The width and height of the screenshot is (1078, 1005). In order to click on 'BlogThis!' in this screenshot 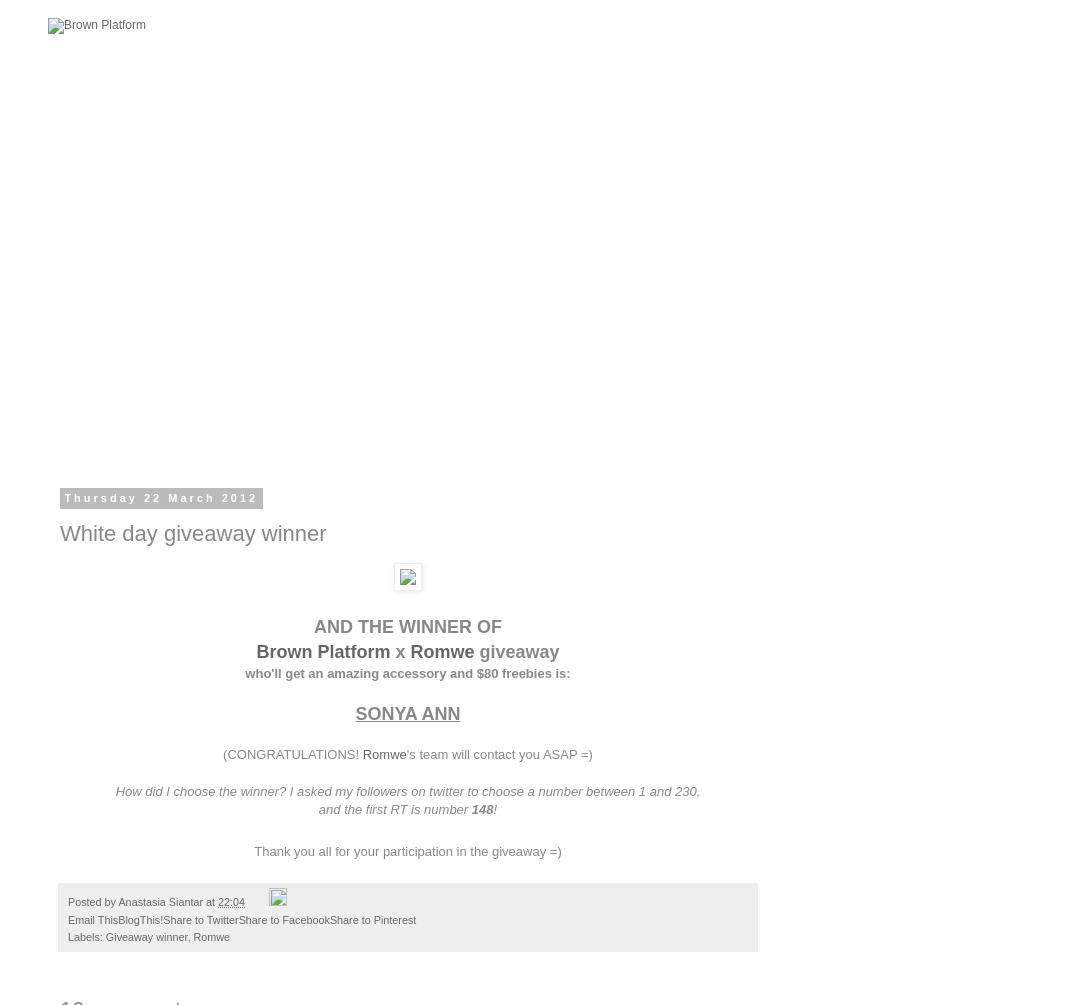, I will do `click(140, 917)`.